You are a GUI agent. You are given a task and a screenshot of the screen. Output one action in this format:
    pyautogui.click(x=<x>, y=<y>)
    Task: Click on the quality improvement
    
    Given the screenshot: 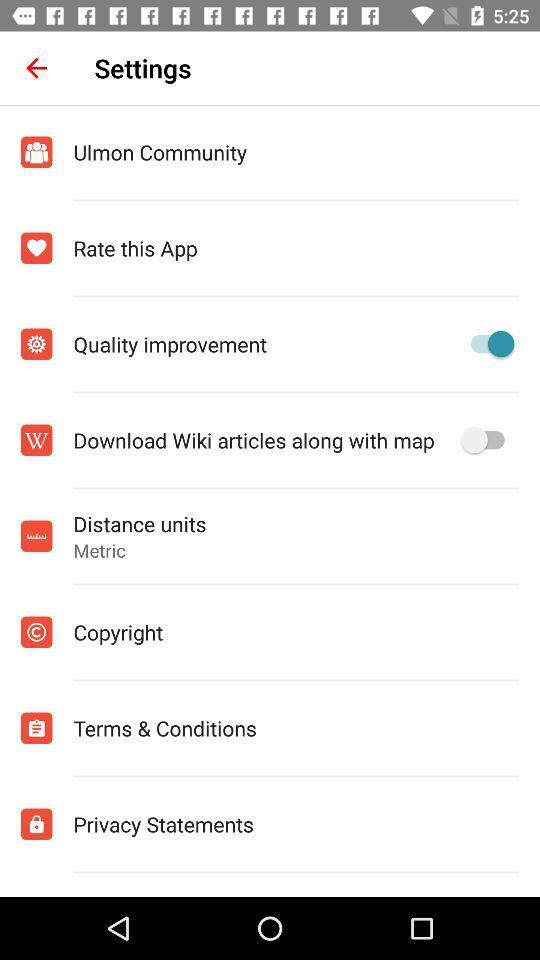 What is the action you would take?
    pyautogui.click(x=486, y=344)
    